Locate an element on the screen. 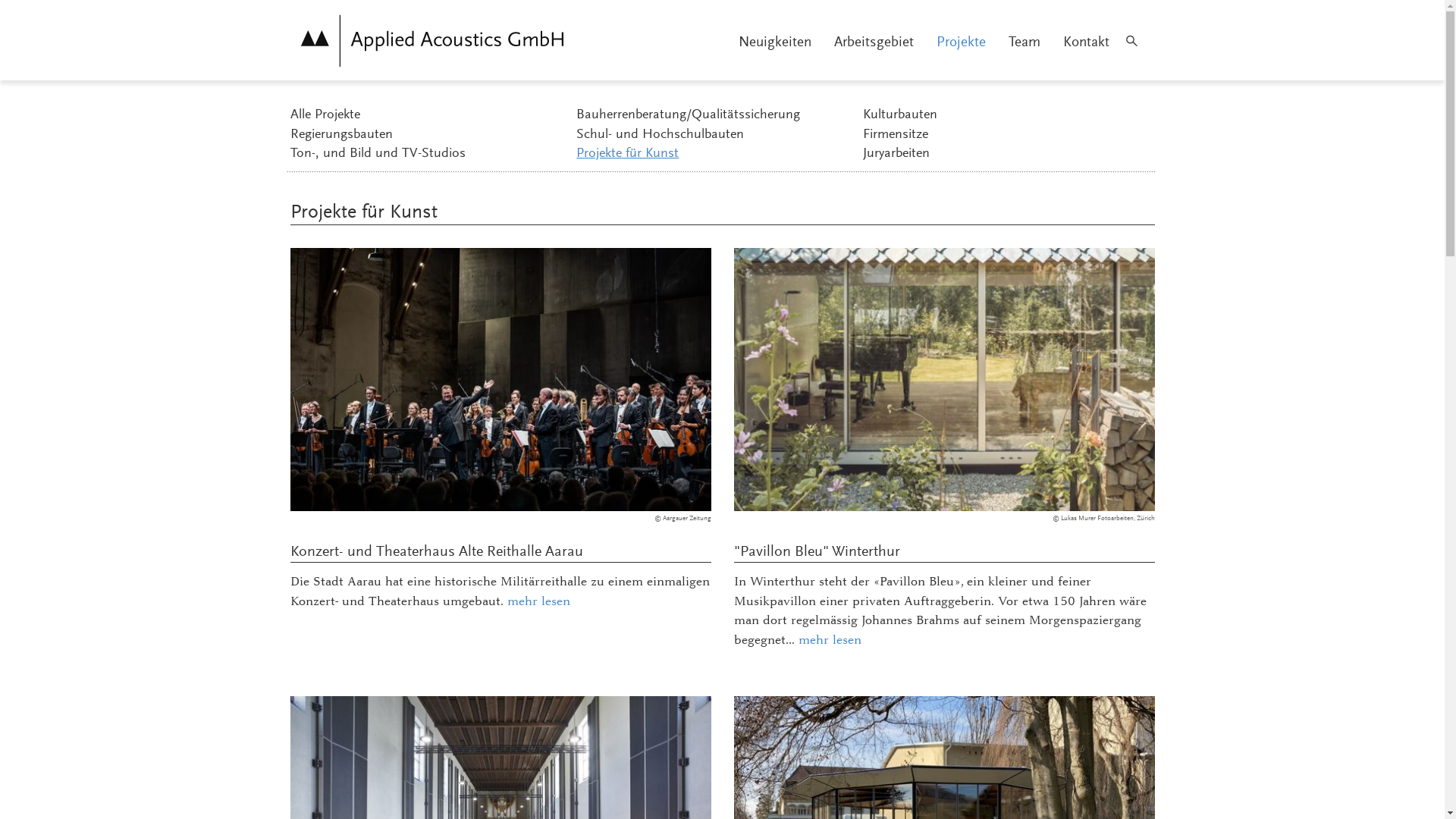  'Team' is located at coordinates (1023, 42).